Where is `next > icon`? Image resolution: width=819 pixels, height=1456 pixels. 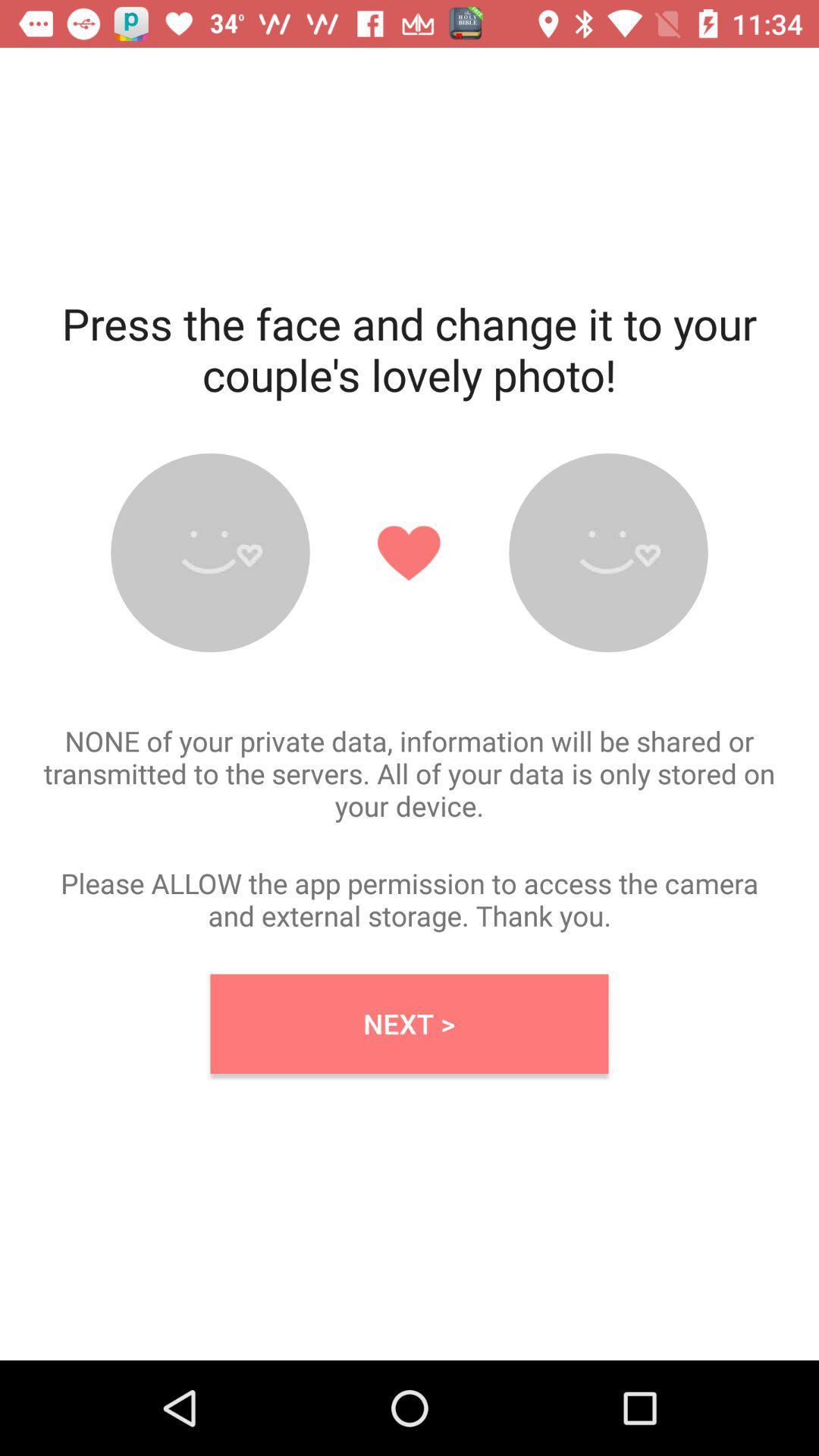 next > icon is located at coordinates (409, 1024).